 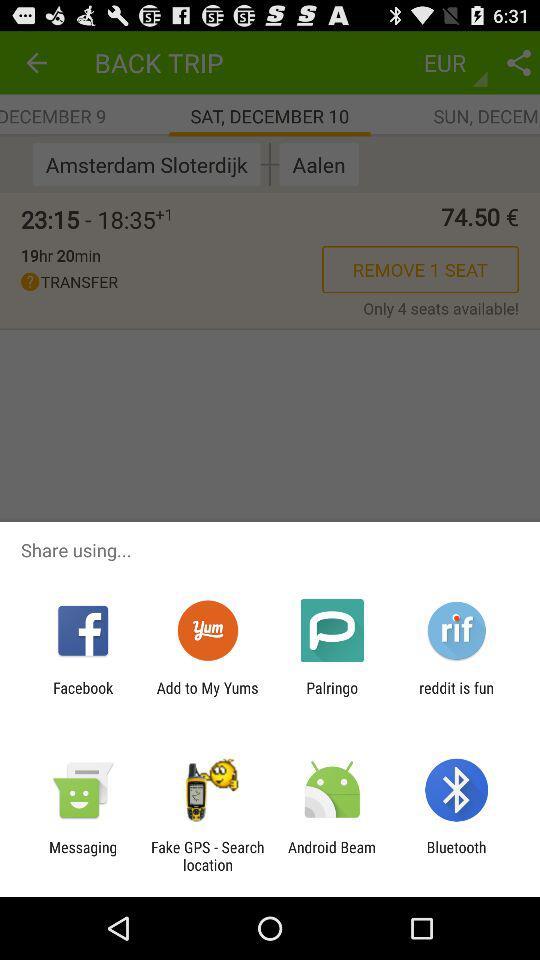 I want to click on fake gps search icon, so click(x=206, y=855).